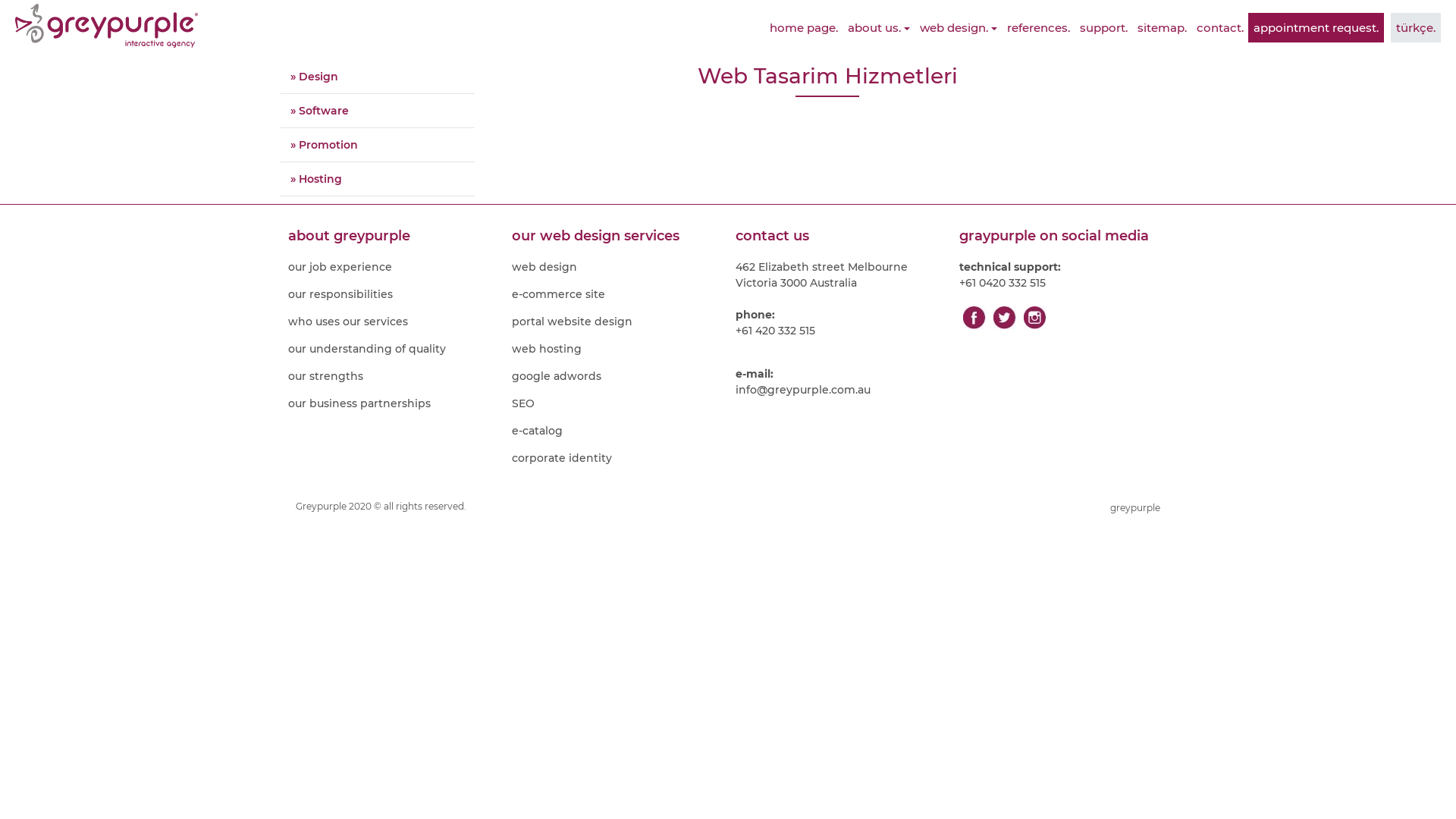  I want to click on 'web design.', so click(957, 27).